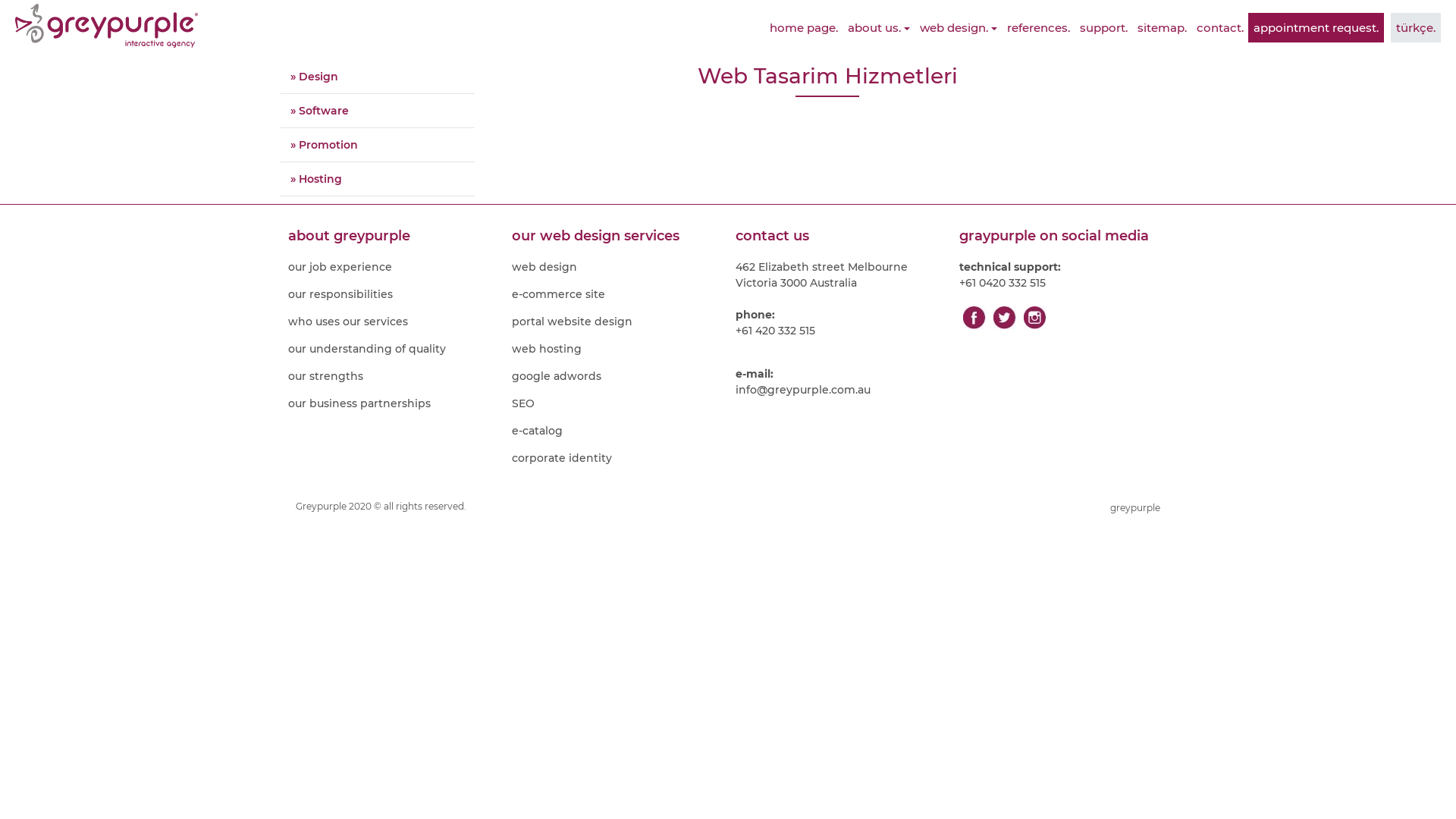  I want to click on 'web design.', so click(957, 27).